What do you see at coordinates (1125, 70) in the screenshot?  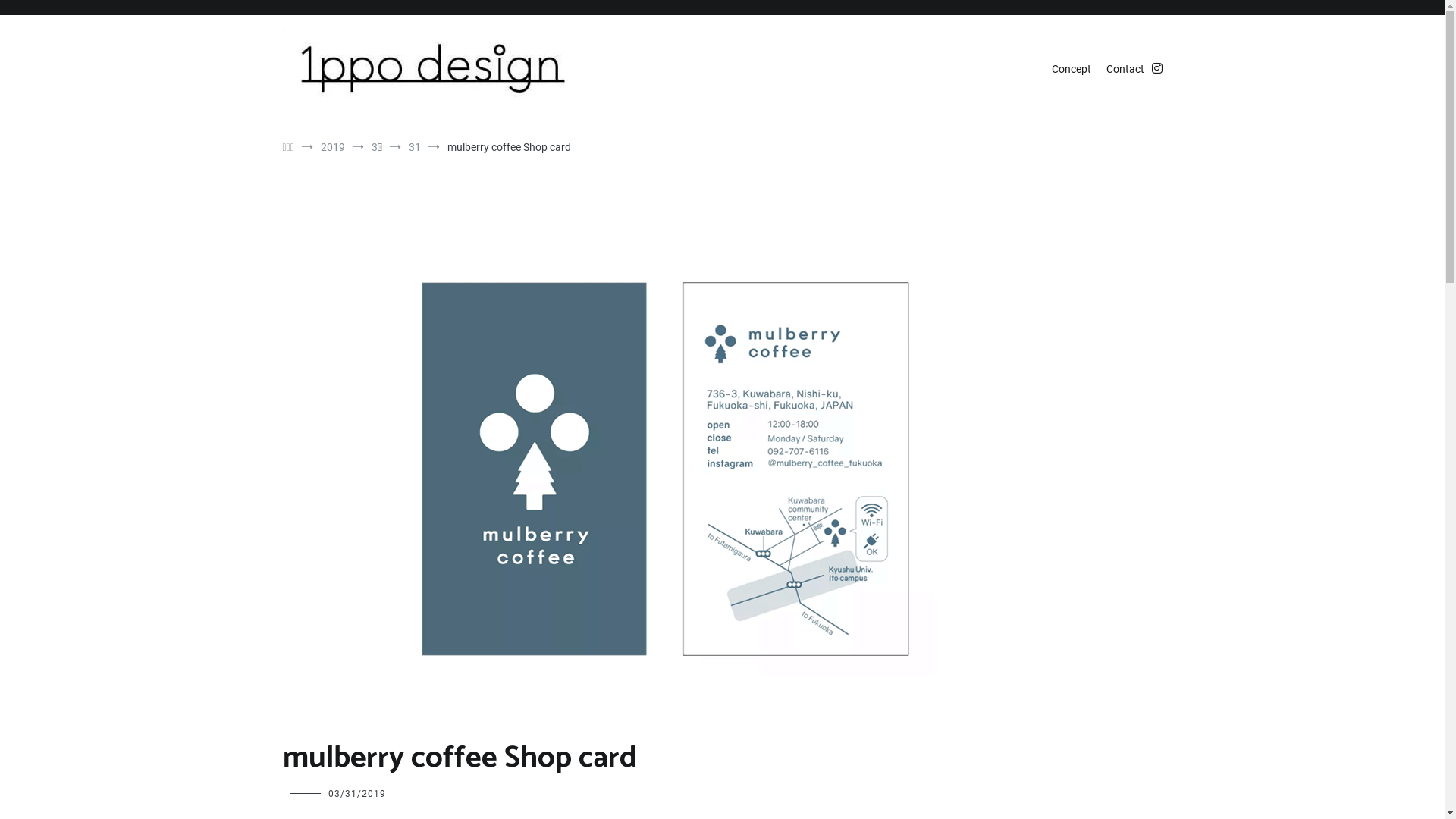 I see `'Contact'` at bounding box center [1125, 70].